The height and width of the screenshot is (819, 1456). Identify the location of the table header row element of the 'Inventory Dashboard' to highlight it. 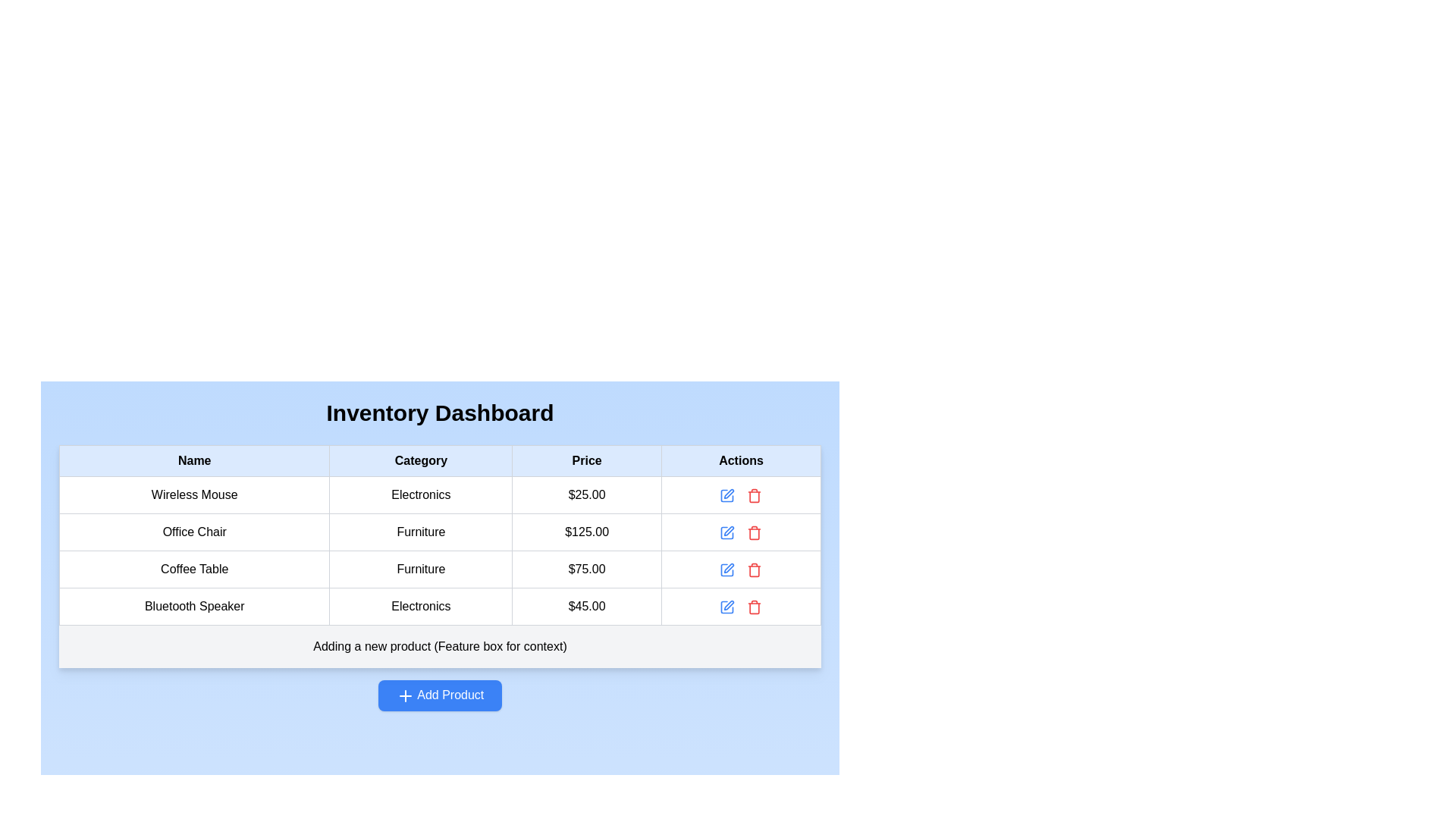
(439, 460).